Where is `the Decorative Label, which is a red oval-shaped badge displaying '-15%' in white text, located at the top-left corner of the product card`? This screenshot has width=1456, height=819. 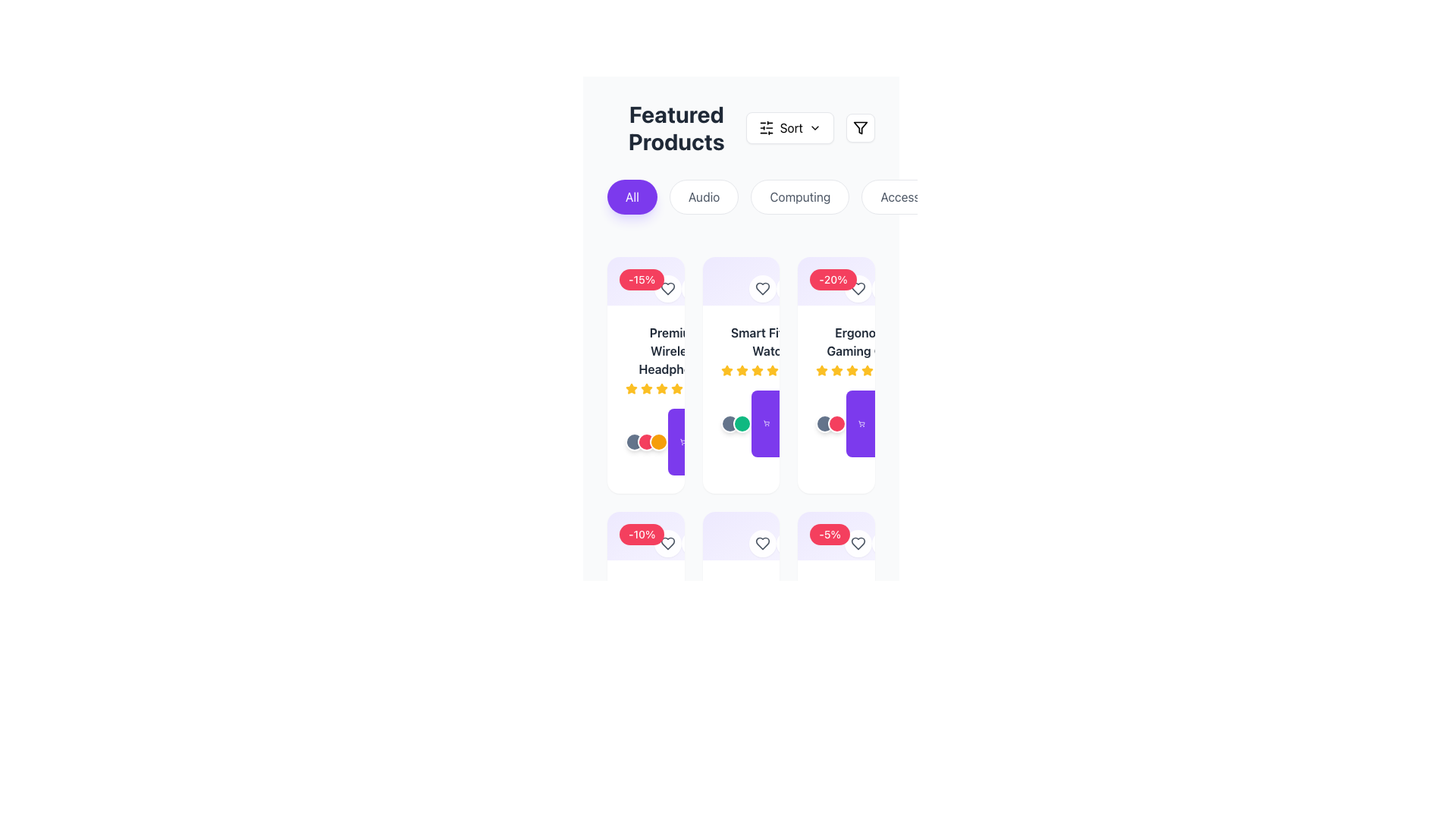
the Decorative Label, which is a red oval-shaped badge displaying '-15%' in white text, located at the top-left corner of the product card is located at coordinates (645, 286).